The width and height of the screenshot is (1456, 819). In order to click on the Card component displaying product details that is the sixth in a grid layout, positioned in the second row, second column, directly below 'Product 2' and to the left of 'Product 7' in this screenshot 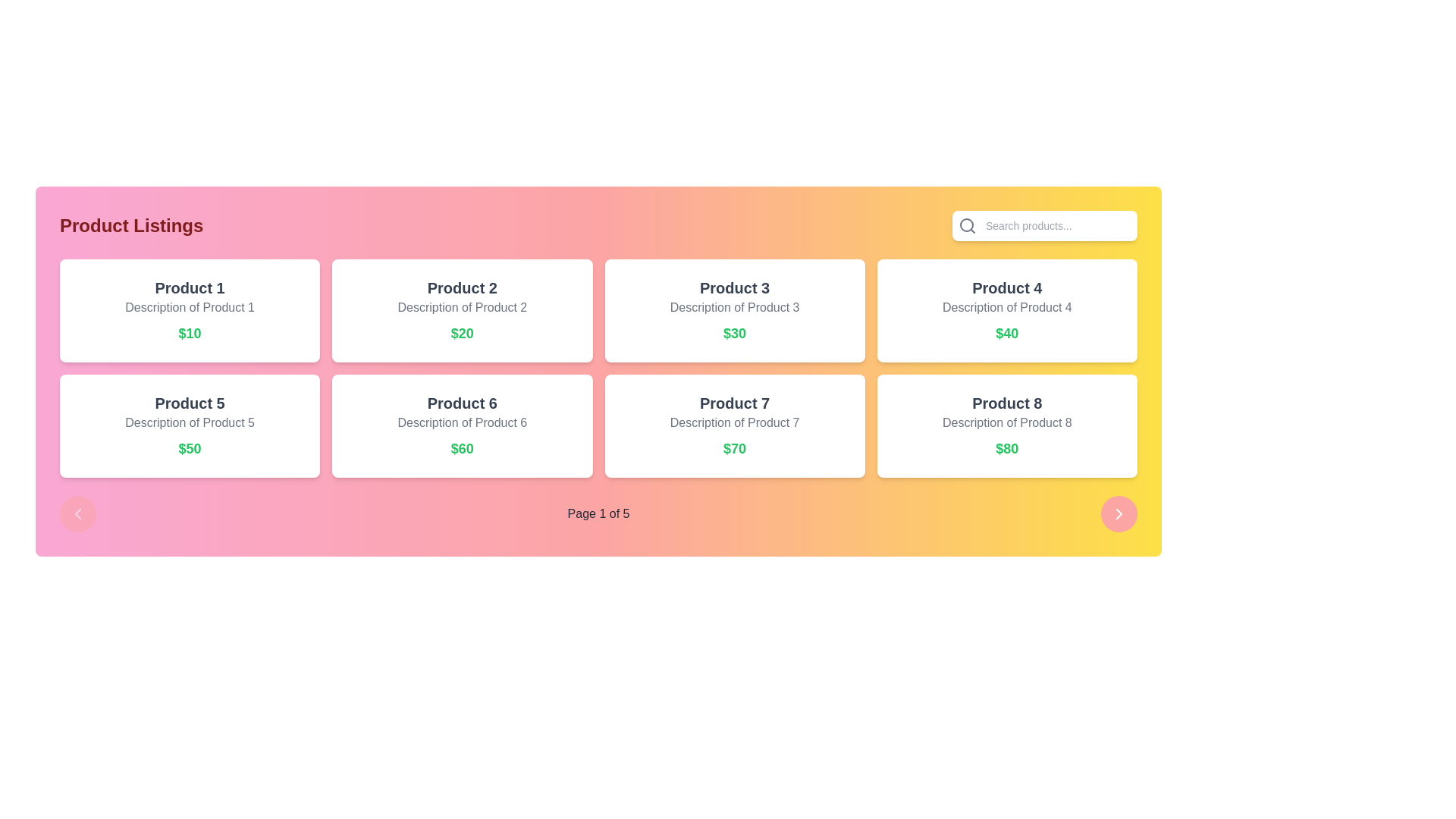, I will do `click(461, 426)`.